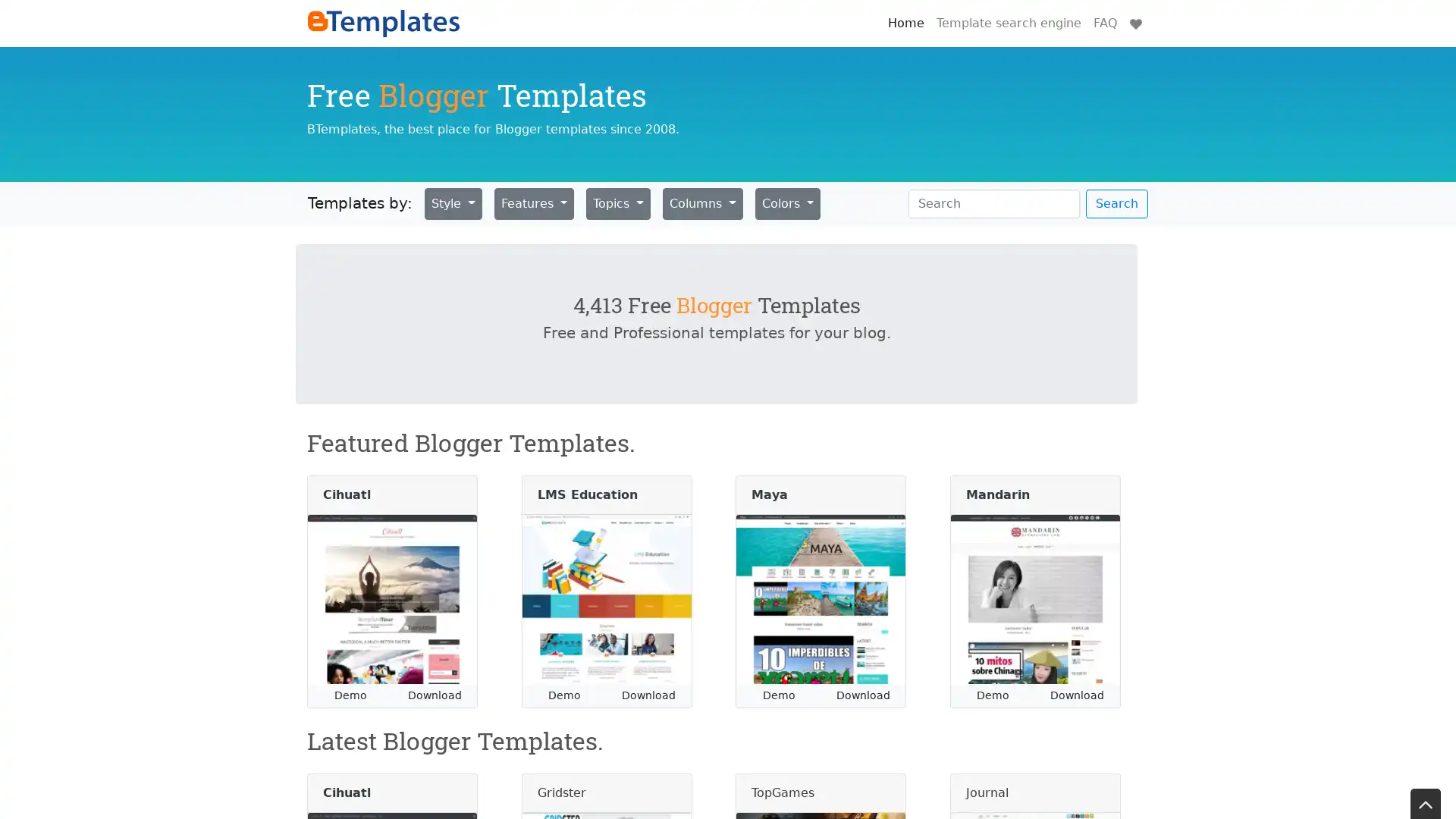 The height and width of the screenshot is (819, 1456). Describe the element at coordinates (648, 695) in the screenshot. I see `Download` at that location.